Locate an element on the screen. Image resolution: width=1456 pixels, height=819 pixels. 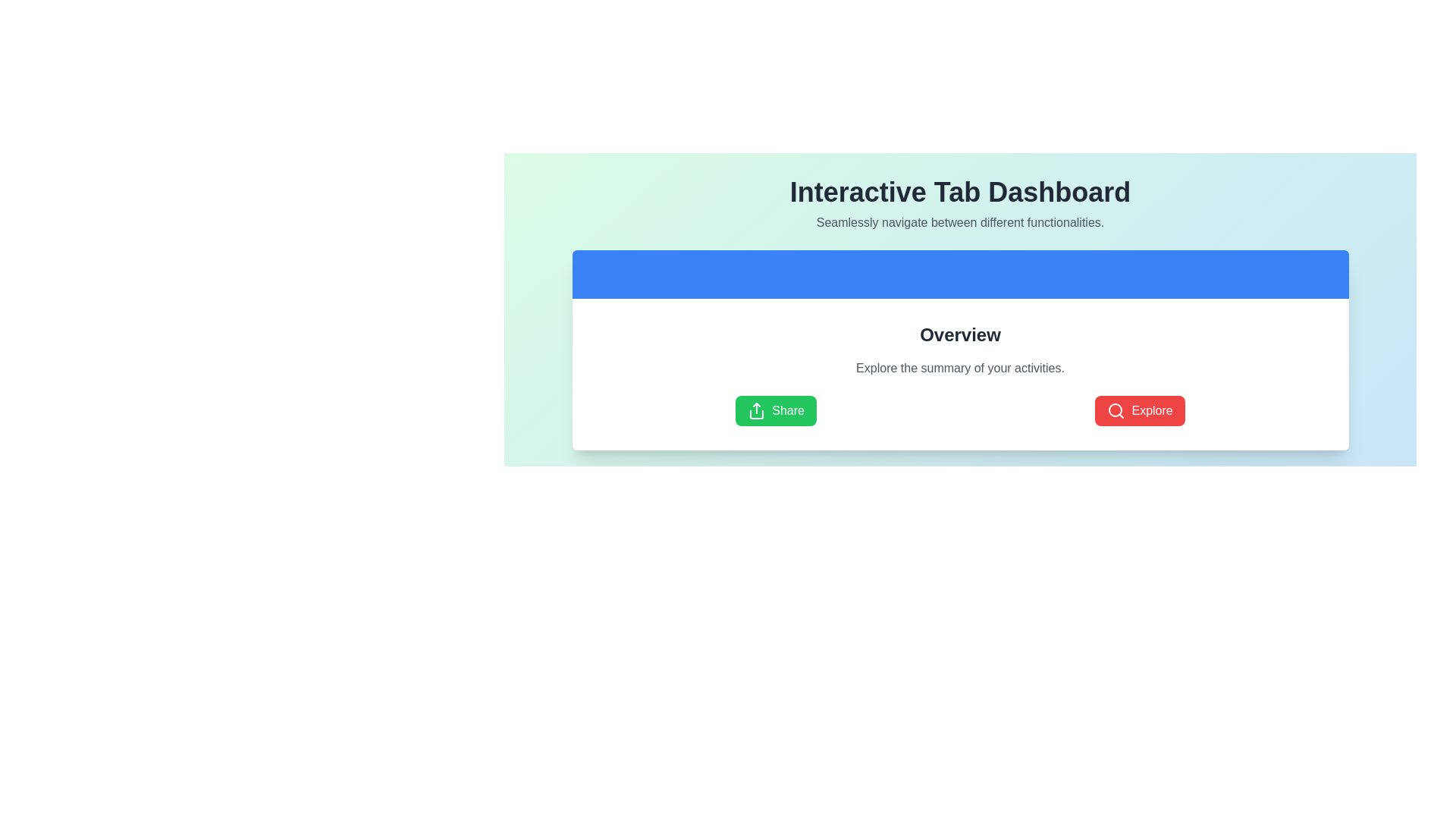
the text label displaying 'Overview' is located at coordinates (959, 334).